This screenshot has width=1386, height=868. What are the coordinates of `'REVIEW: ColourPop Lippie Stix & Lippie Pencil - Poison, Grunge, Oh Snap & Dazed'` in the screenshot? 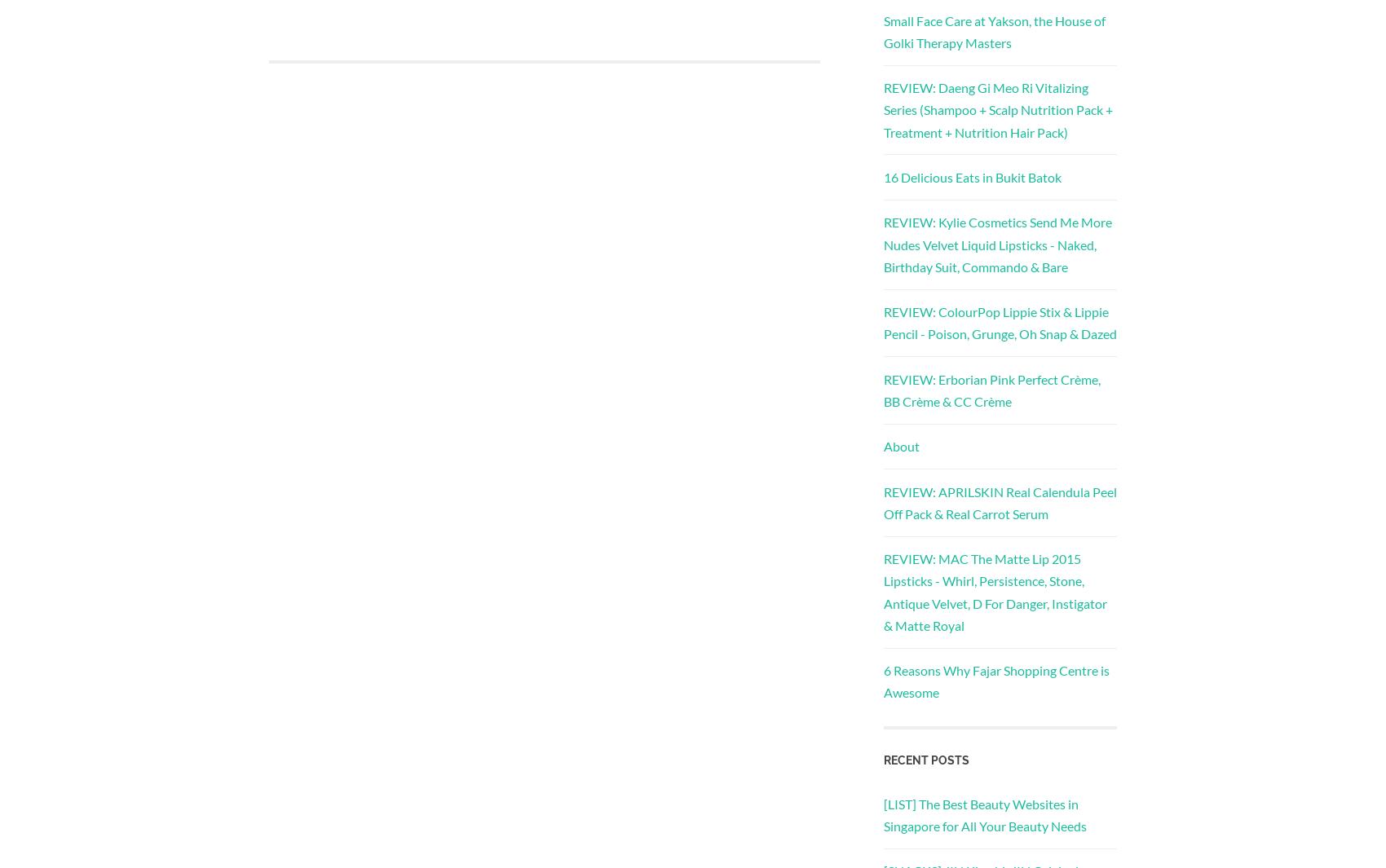 It's located at (1000, 321).